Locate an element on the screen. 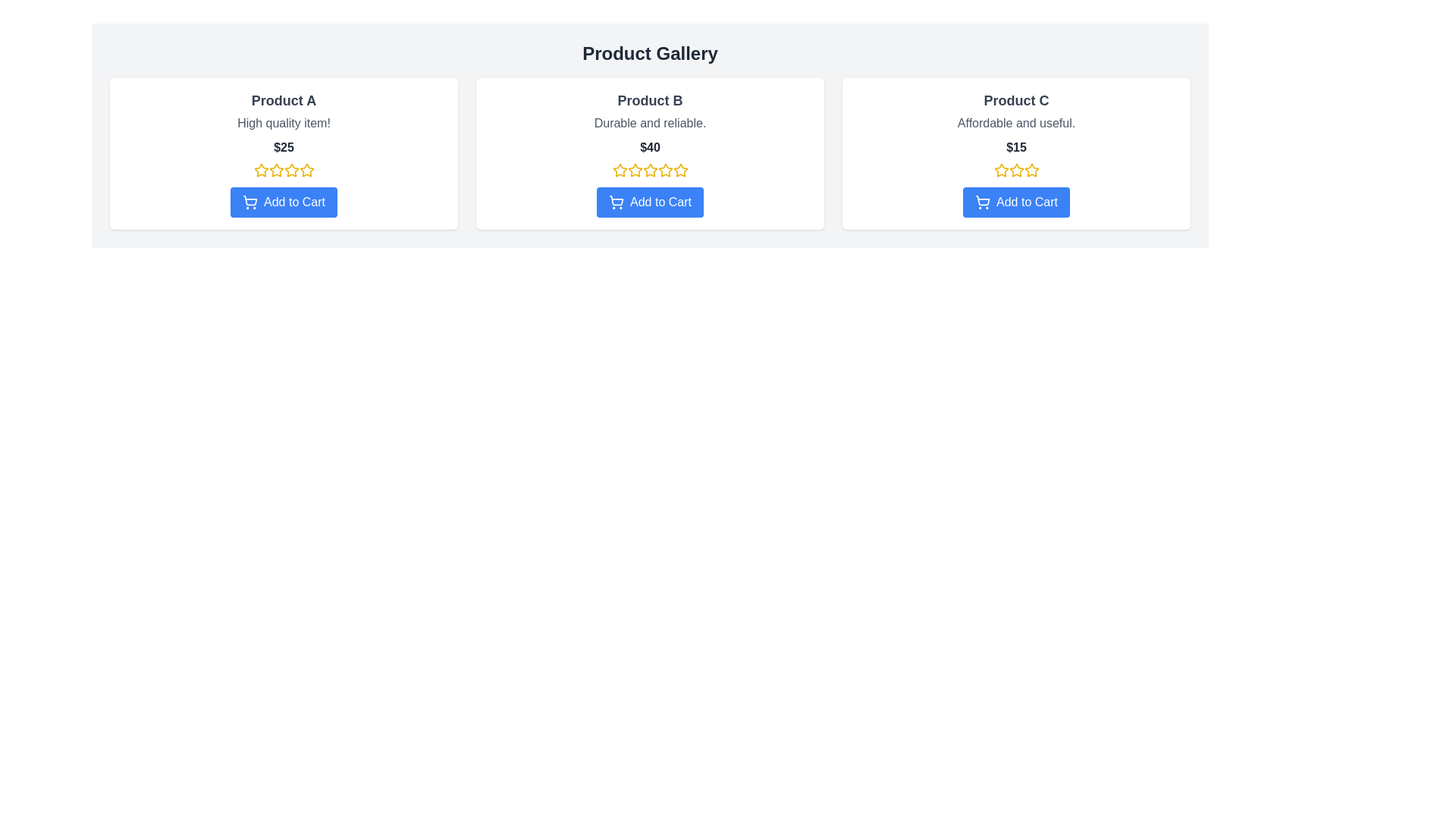 The width and height of the screenshot is (1456, 819). the second star is located at coordinates (305, 169).